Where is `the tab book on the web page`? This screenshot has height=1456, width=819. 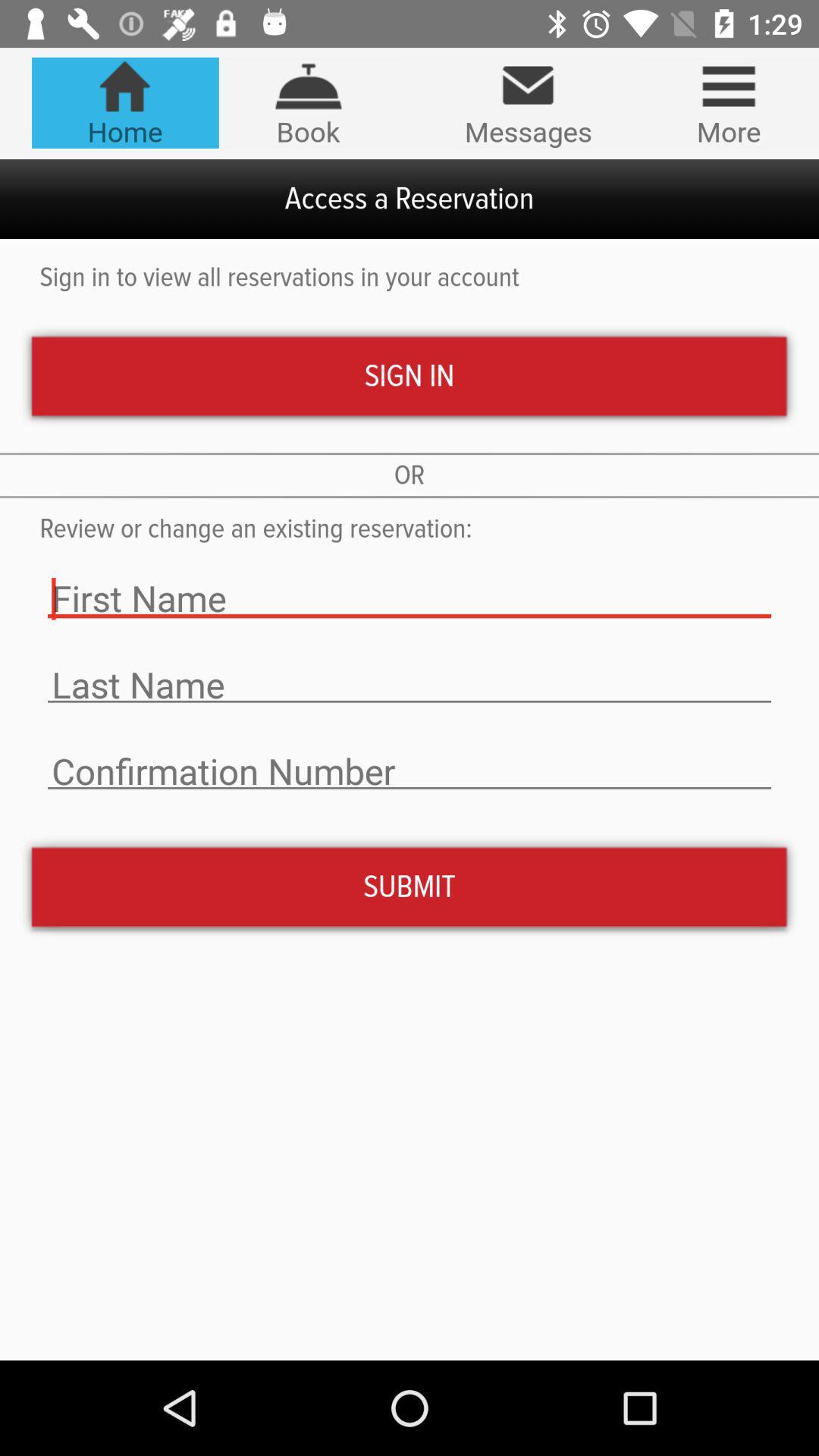
the tab book on the web page is located at coordinates (308, 102).